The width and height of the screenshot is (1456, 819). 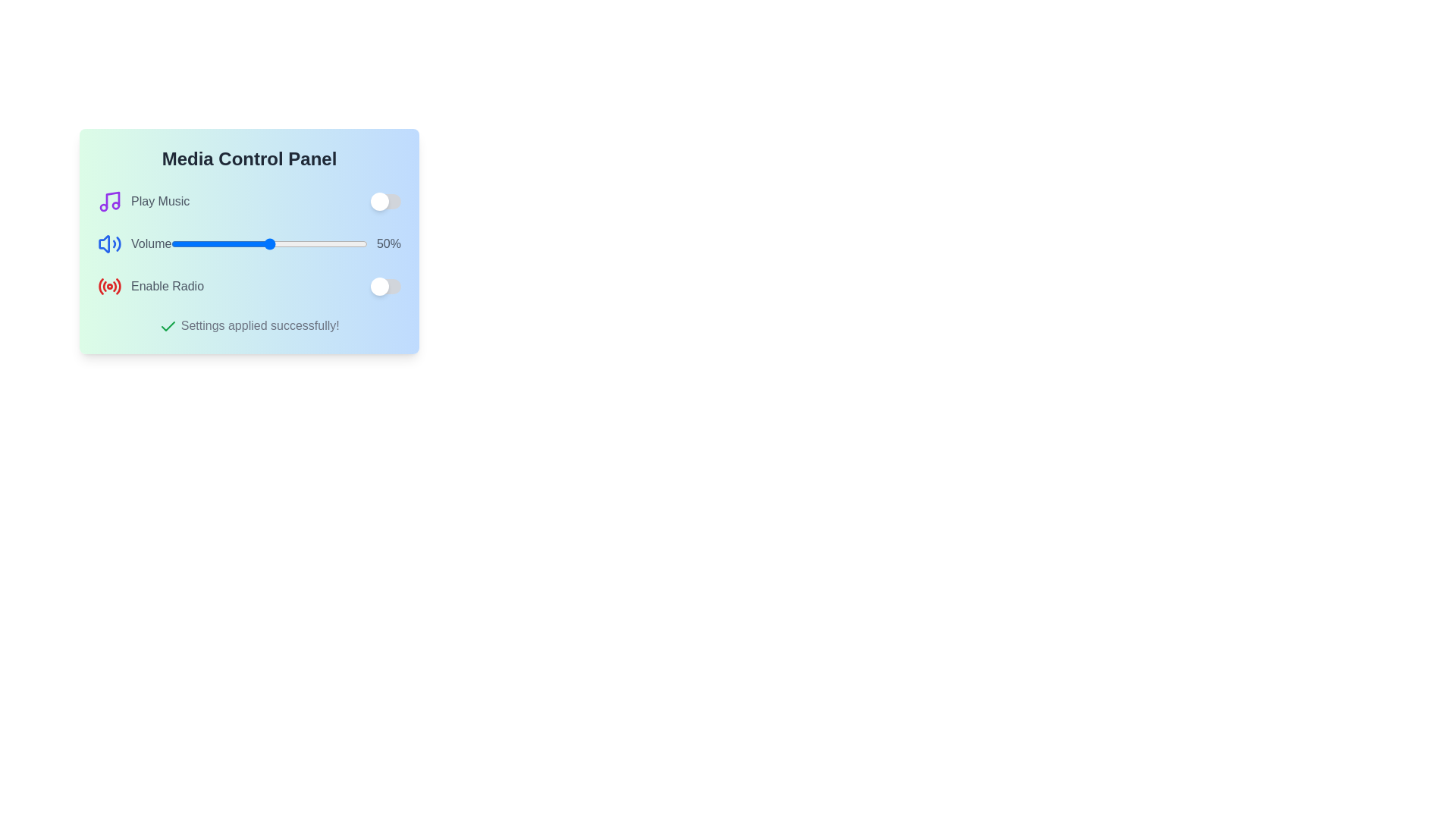 What do you see at coordinates (167, 287) in the screenshot?
I see `the static text label displaying 'Enable Radio', which is styled in gray and positioned below the 'Volume' label and slider, adjacent to a red radio wave icon on the left and a toggle switch on the right` at bounding box center [167, 287].